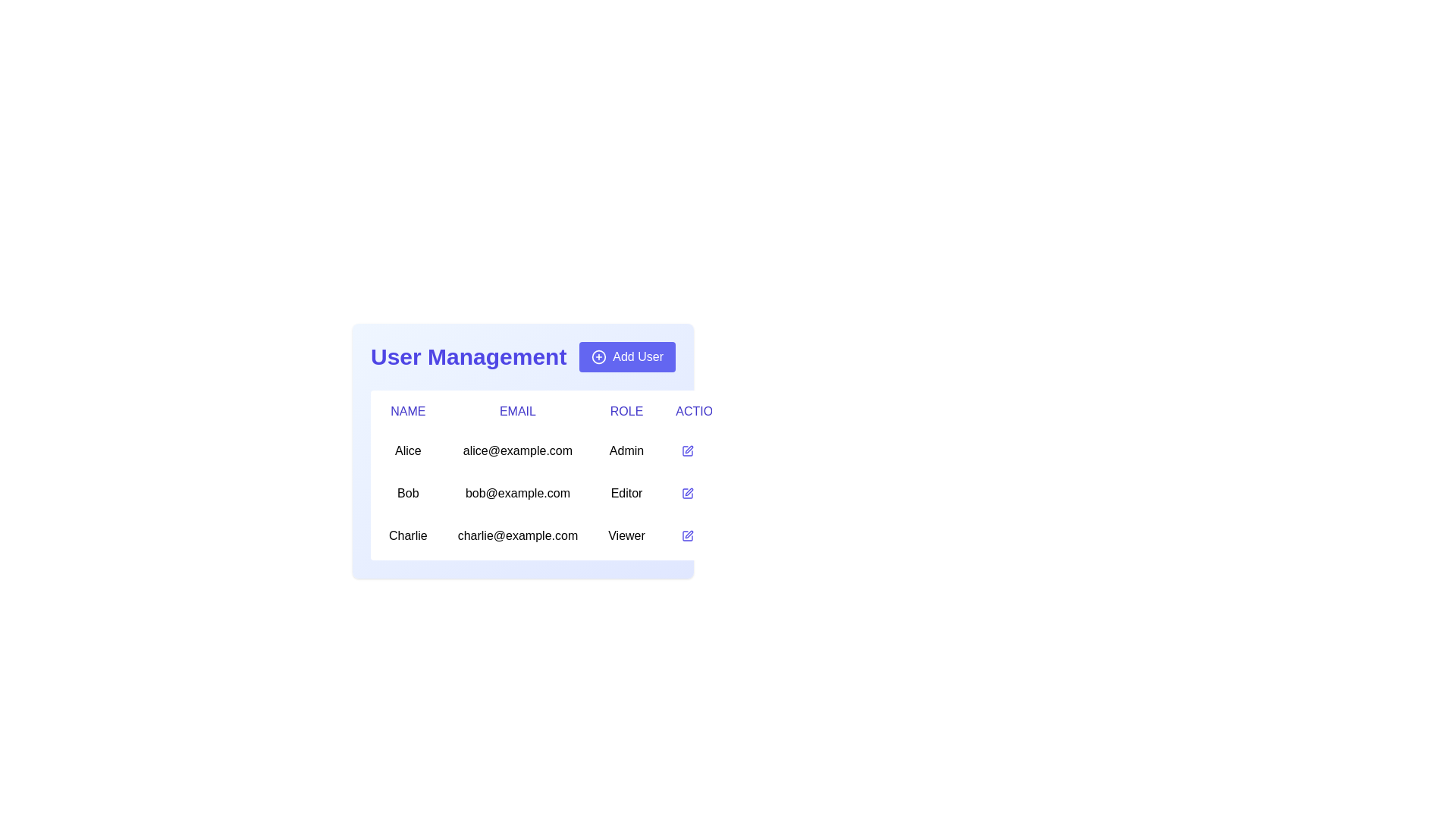  Describe the element at coordinates (558, 535) in the screenshot. I see `the pencil icon in the third row of the user management table` at that location.